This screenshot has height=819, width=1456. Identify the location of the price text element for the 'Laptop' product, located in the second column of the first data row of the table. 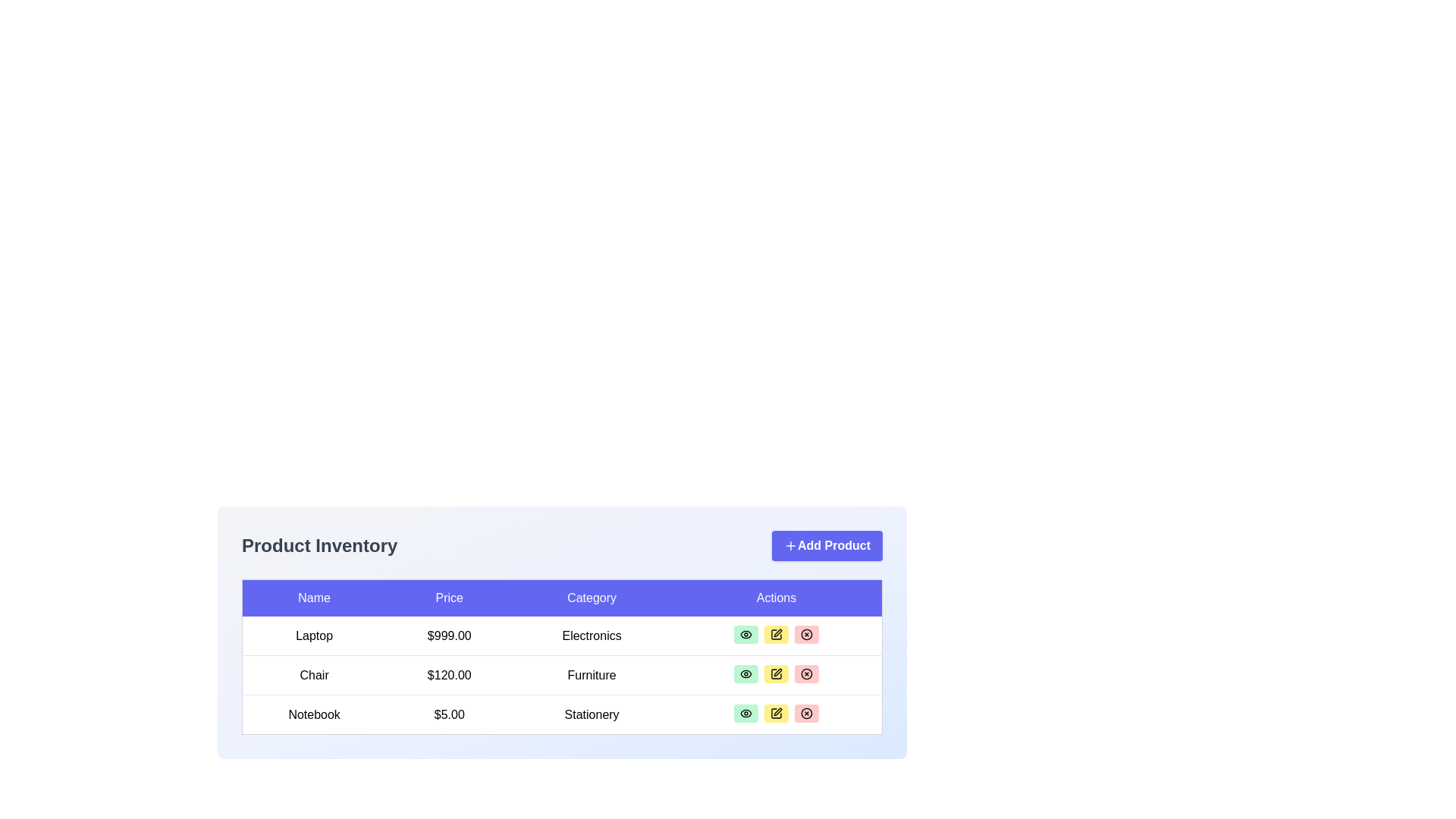
(448, 635).